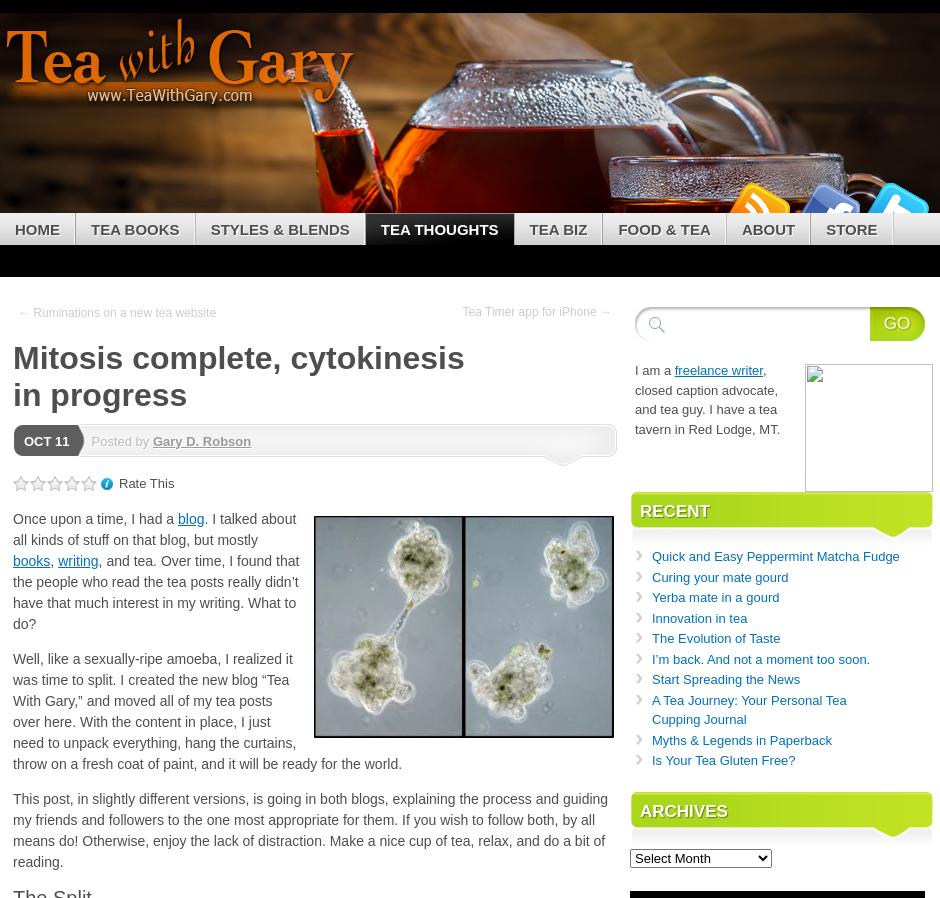 This screenshot has height=898, width=940. What do you see at coordinates (52, 558) in the screenshot?
I see `','` at bounding box center [52, 558].